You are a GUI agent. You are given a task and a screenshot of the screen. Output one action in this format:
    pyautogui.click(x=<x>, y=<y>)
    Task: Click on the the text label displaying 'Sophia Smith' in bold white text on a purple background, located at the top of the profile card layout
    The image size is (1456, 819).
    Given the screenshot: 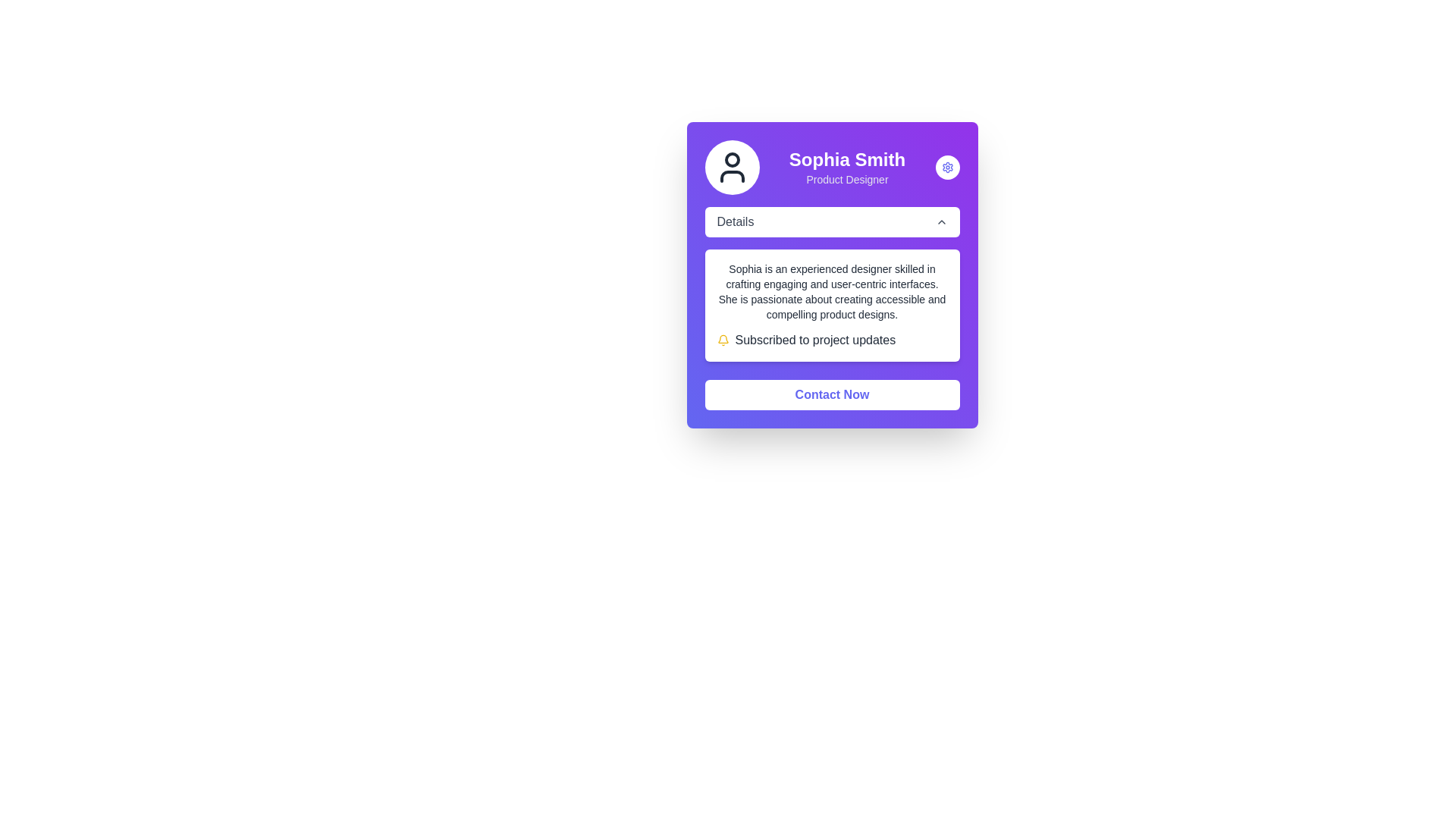 What is the action you would take?
    pyautogui.click(x=846, y=160)
    